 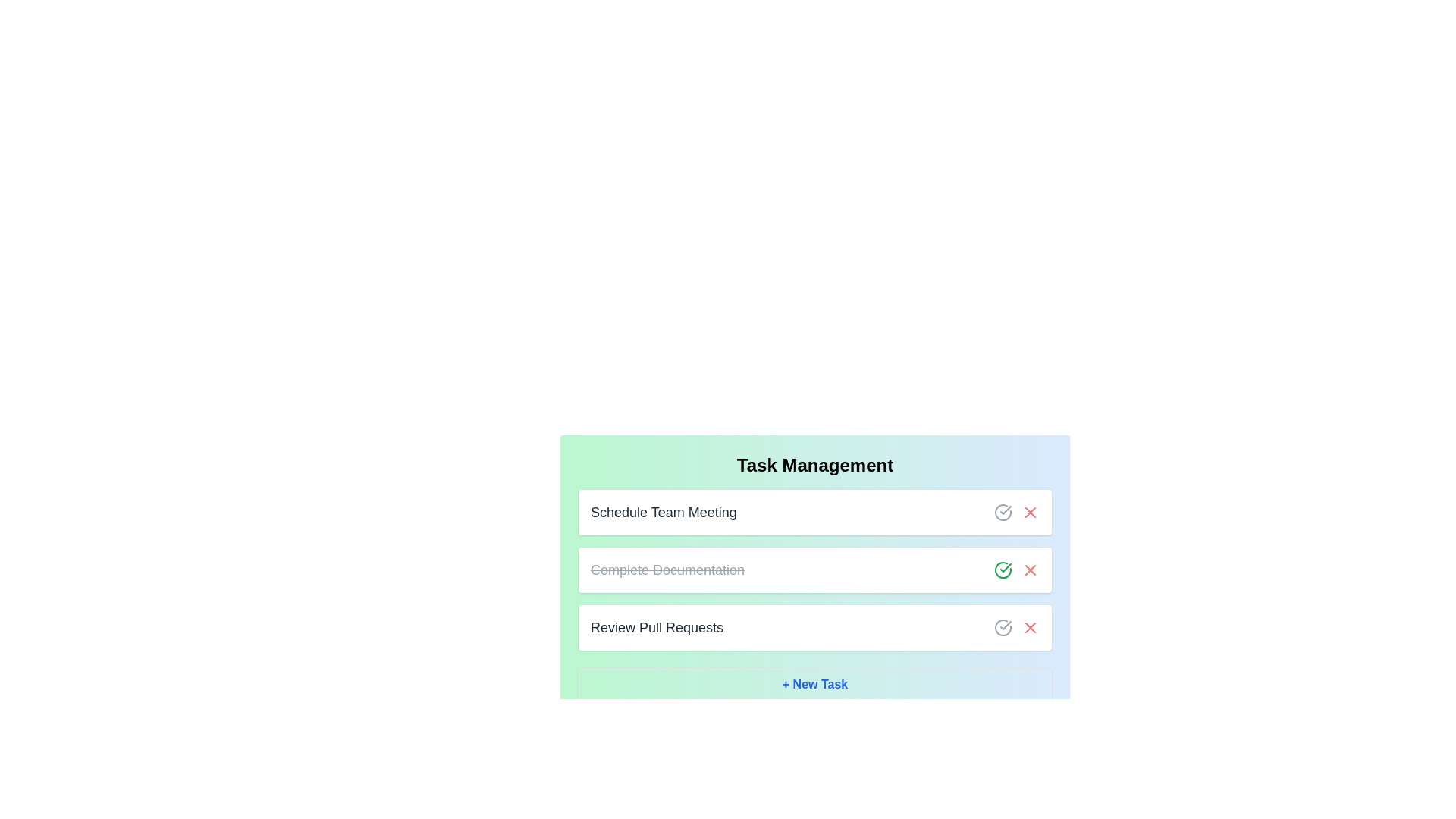 I want to click on the task titled 'Complete Documentation', so click(x=667, y=570).